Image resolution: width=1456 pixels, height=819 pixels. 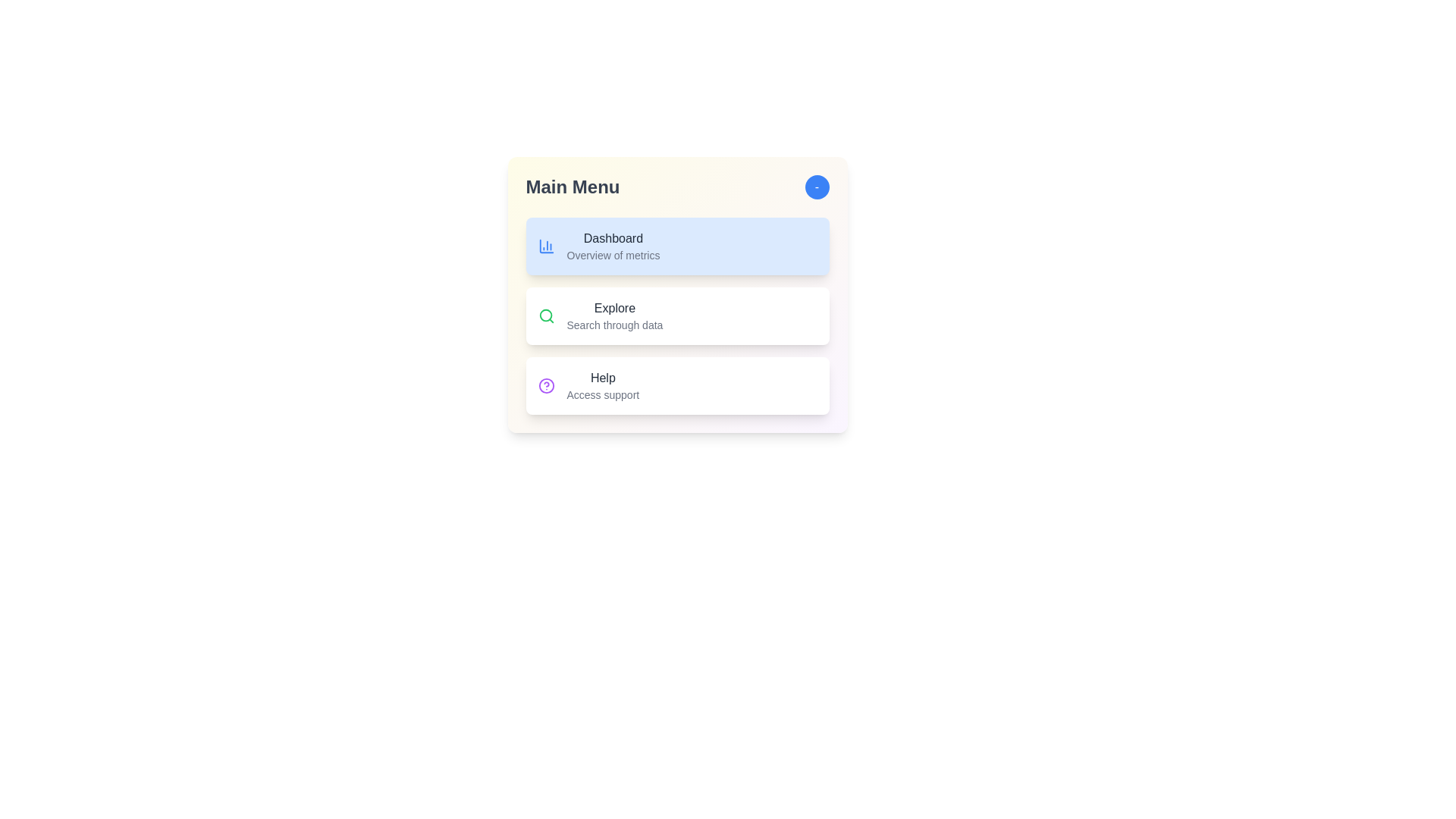 What do you see at coordinates (546, 245) in the screenshot?
I see `the icon for Dashboard in the menu` at bounding box center [546, 245].